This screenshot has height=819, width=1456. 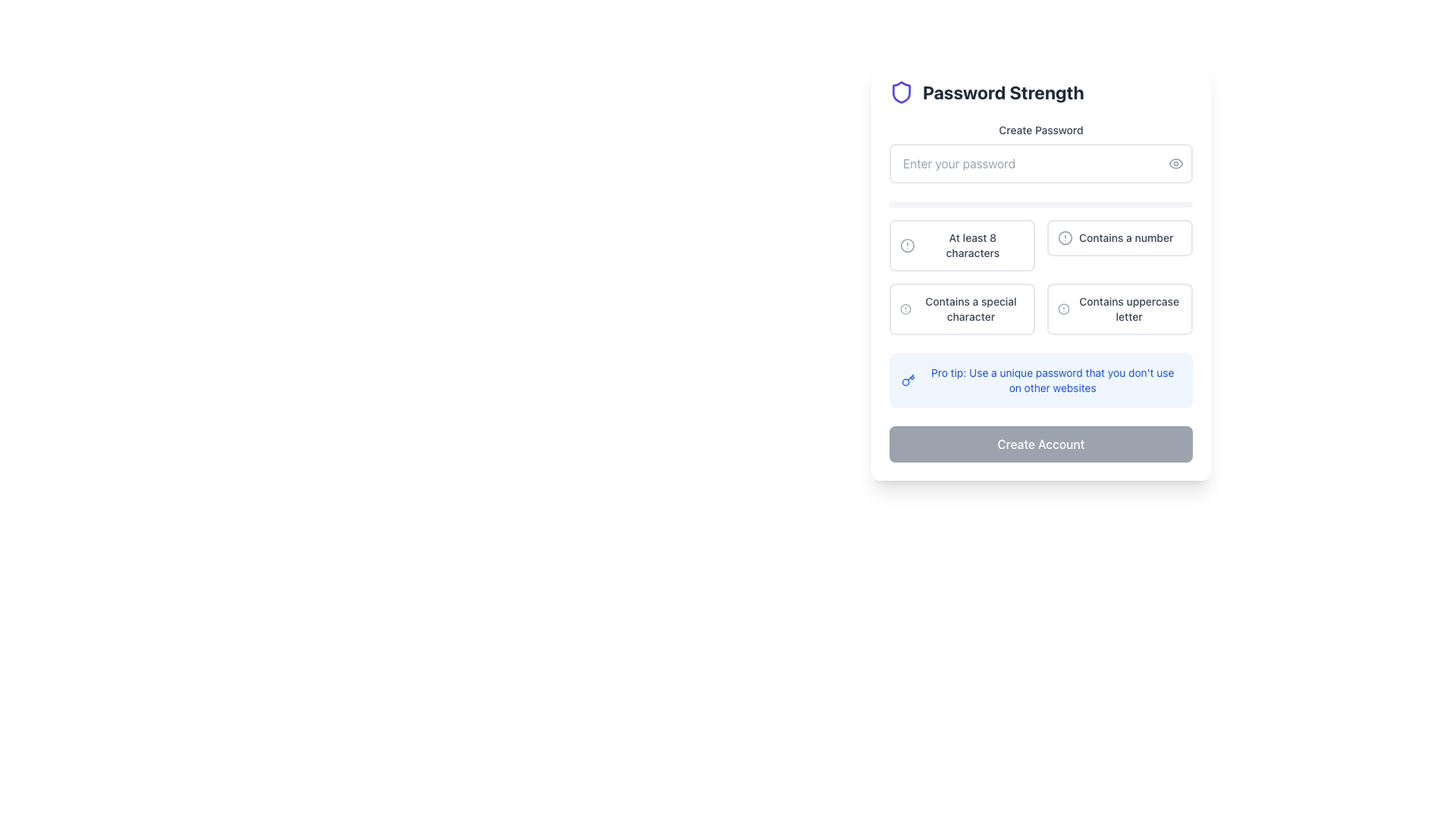 I want to click on the rounded gray icon with an alert/exclamation representation located in the top-left corner of the password requirements section, adjacent to the text 'At least 8 characters', so click(x=907, y=245).